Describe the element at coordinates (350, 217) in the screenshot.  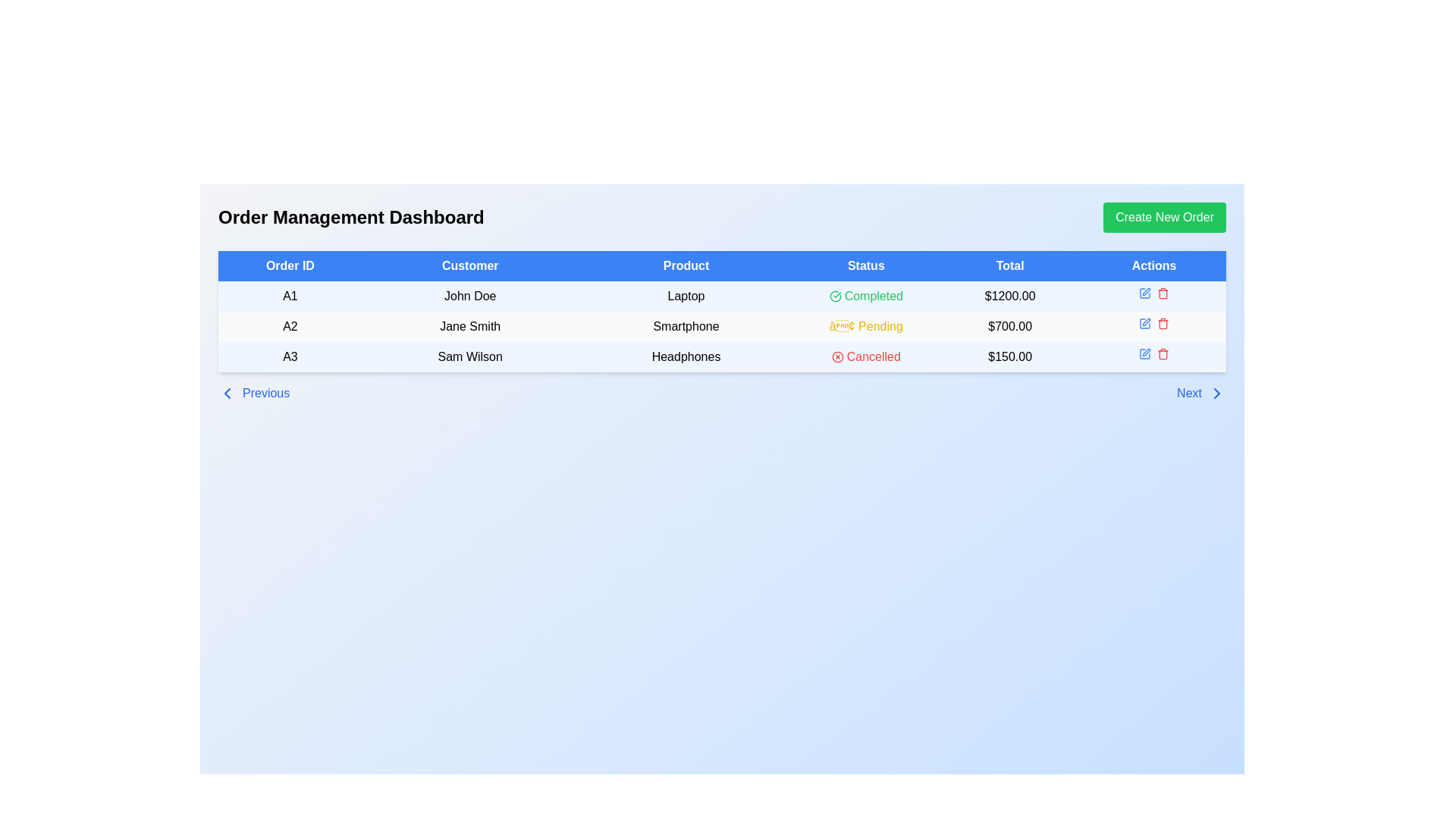
I see `the heading text element that indicates the main purpose of the page, which is to manage orders` at that location.